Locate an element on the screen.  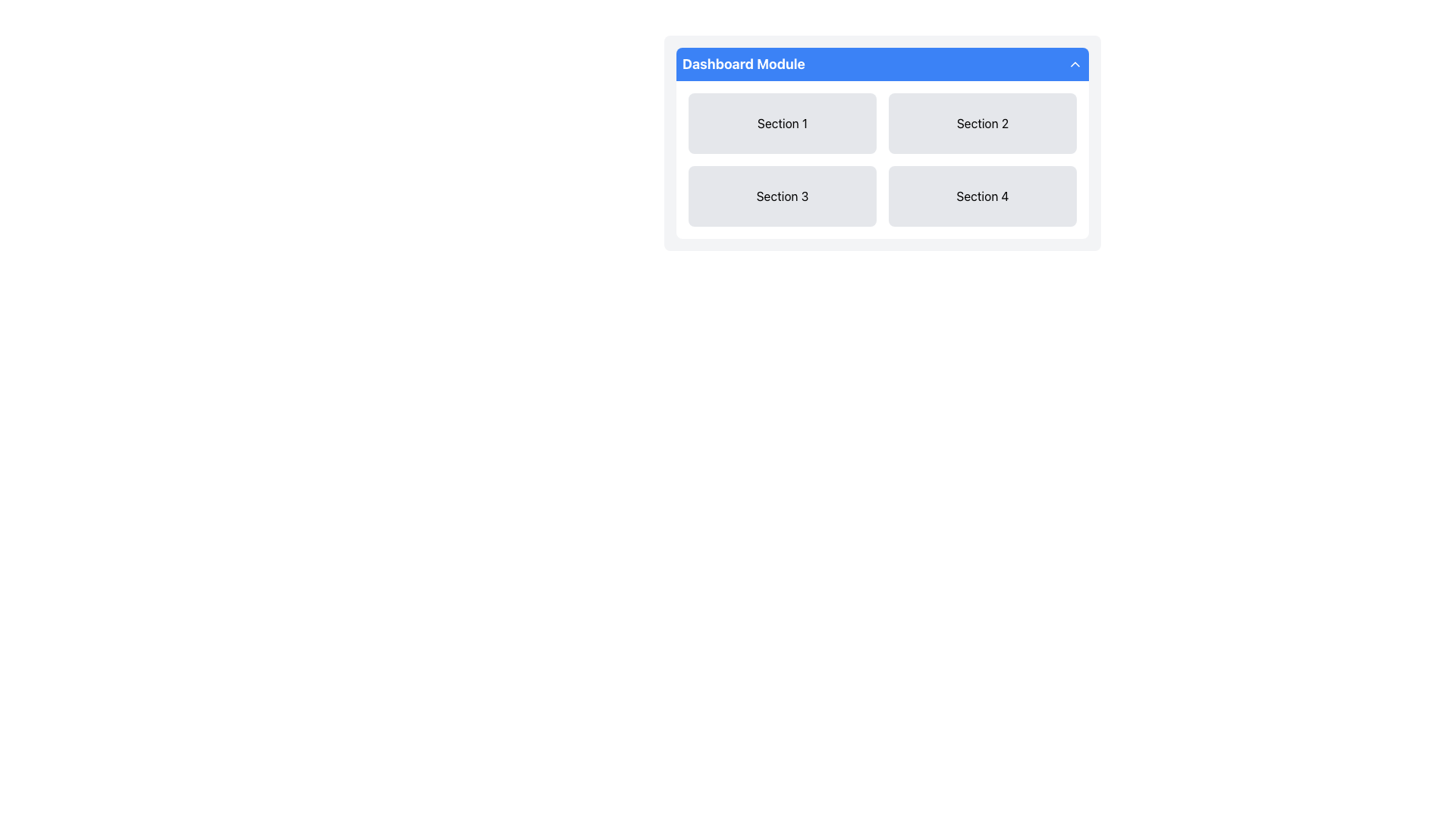
the 'Section 4' grid cell, which is a rectangular section with rounded corners and a light gray background is located at coordinates (983, 195).